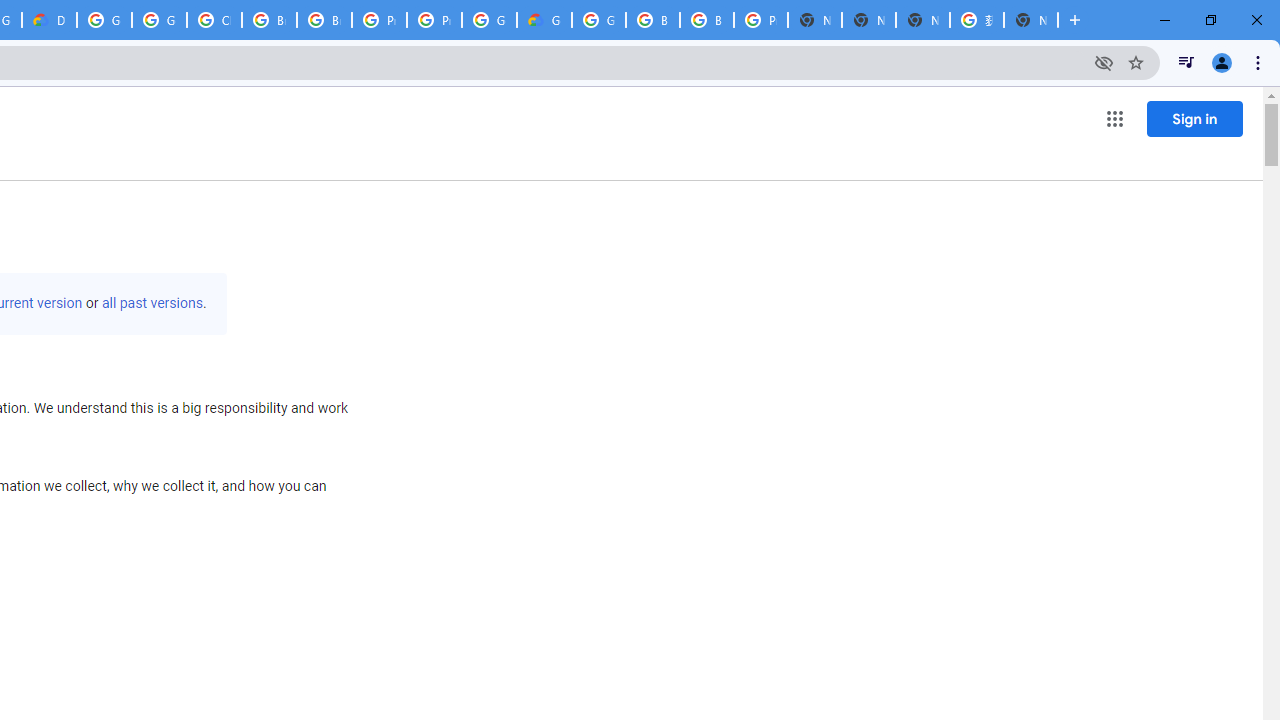 The width and height of the screenshot is (1280, 720). Describe the element at coordinates (598, 20) in the screenshot. I see `'Google Cloud Platform'` at that location.